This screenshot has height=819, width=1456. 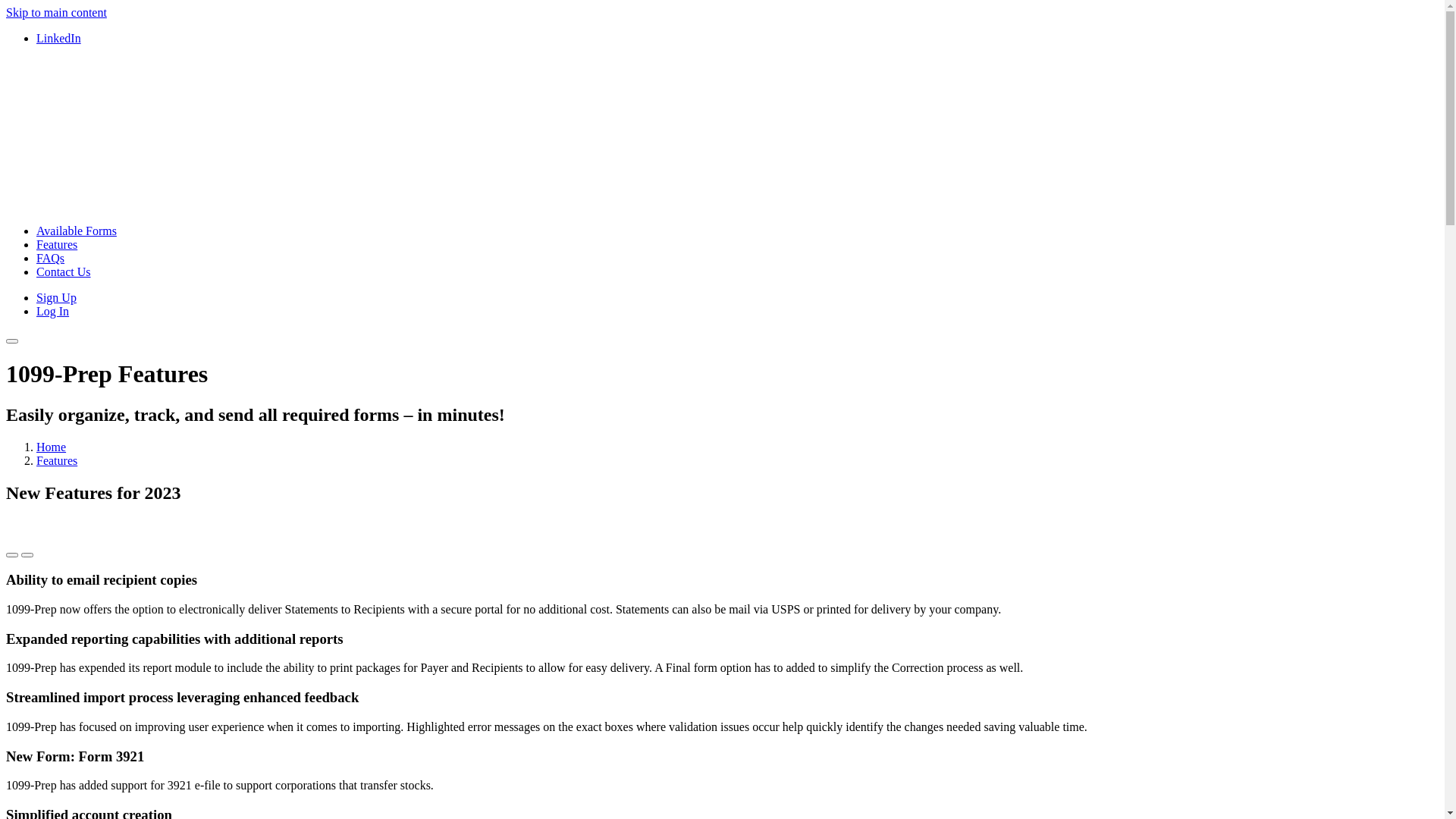 I want to click on 'Features', so click(x=36, y=460).